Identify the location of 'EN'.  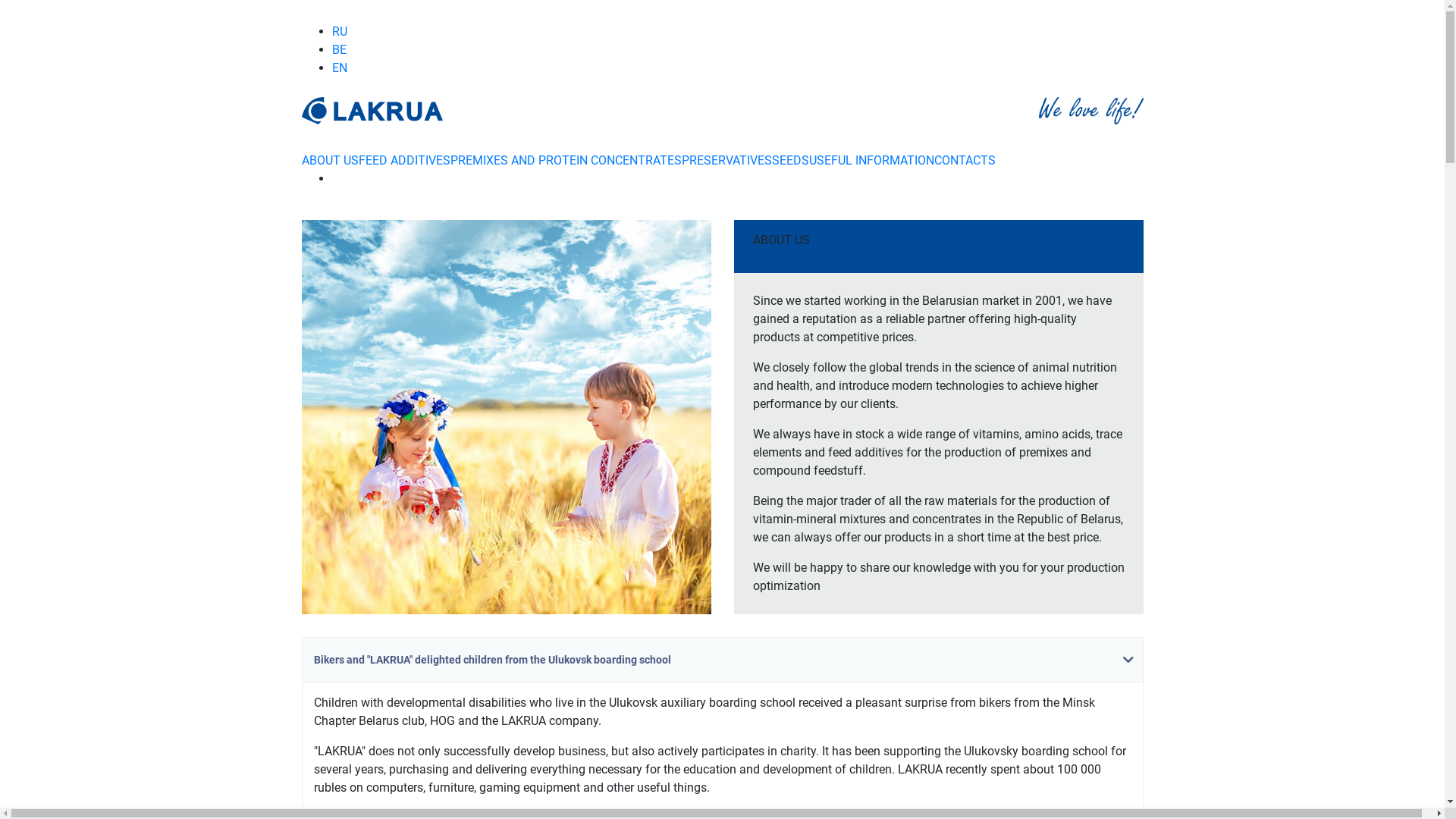
(338, 67).